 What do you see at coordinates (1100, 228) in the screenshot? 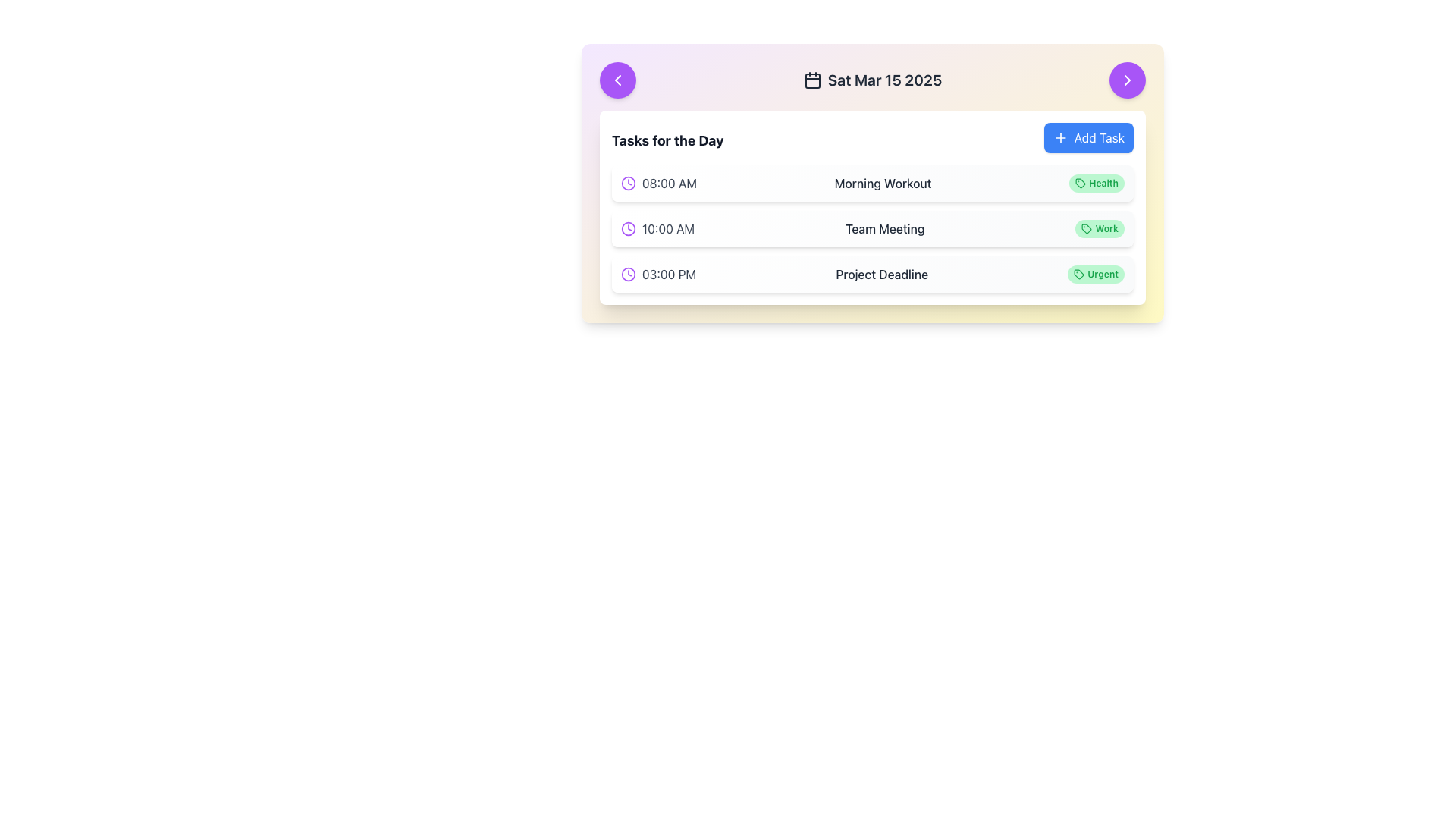
I see `text 'Work' from the green rounded rectangular Tag Label element located to the right of 'Team Meeting' in the 'Tasks for the Day' section` at bounding box center [1100, 228].